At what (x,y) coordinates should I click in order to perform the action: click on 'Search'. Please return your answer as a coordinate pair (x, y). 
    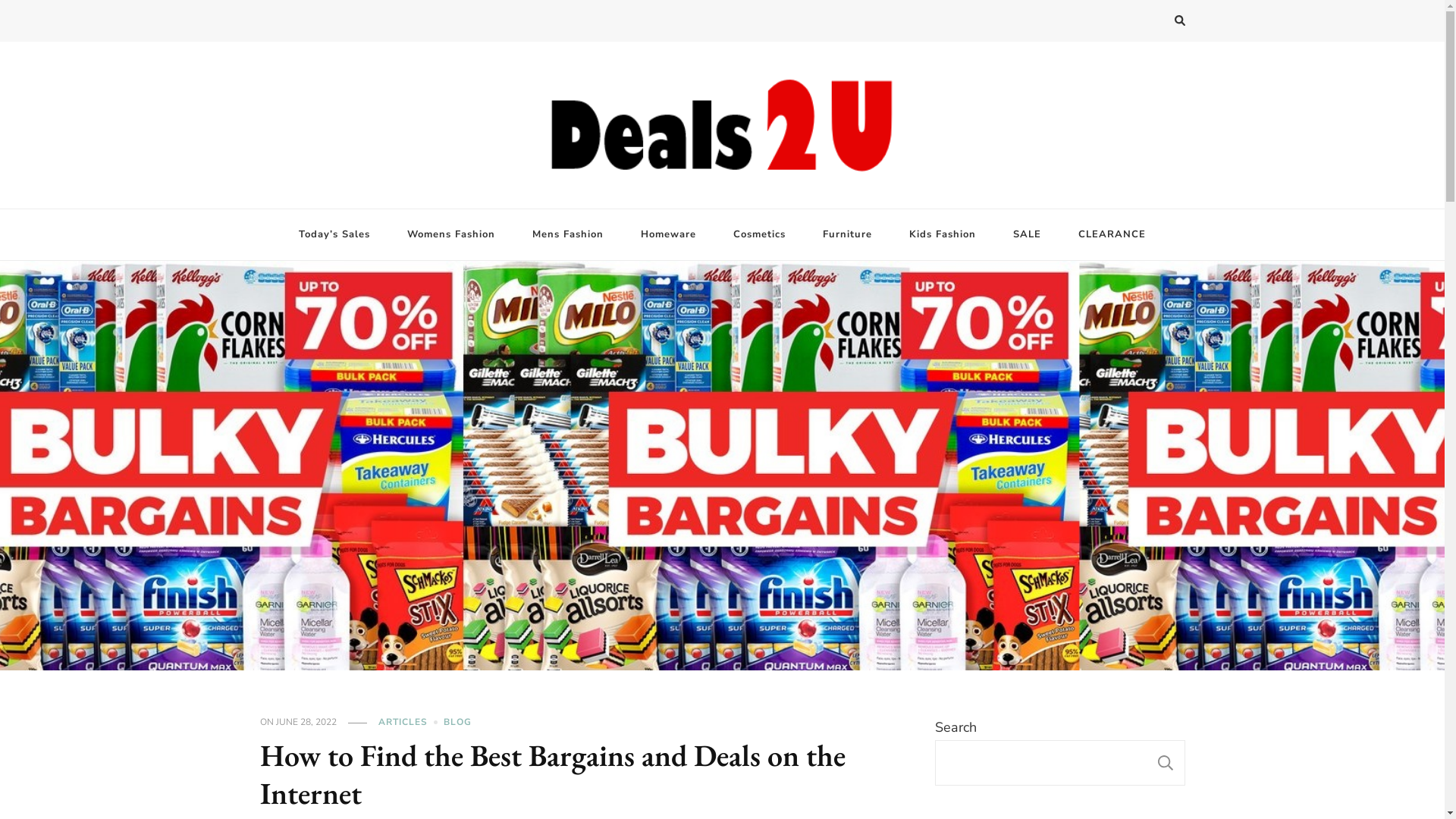
    Looking at the image, I should click on (1152, 23).